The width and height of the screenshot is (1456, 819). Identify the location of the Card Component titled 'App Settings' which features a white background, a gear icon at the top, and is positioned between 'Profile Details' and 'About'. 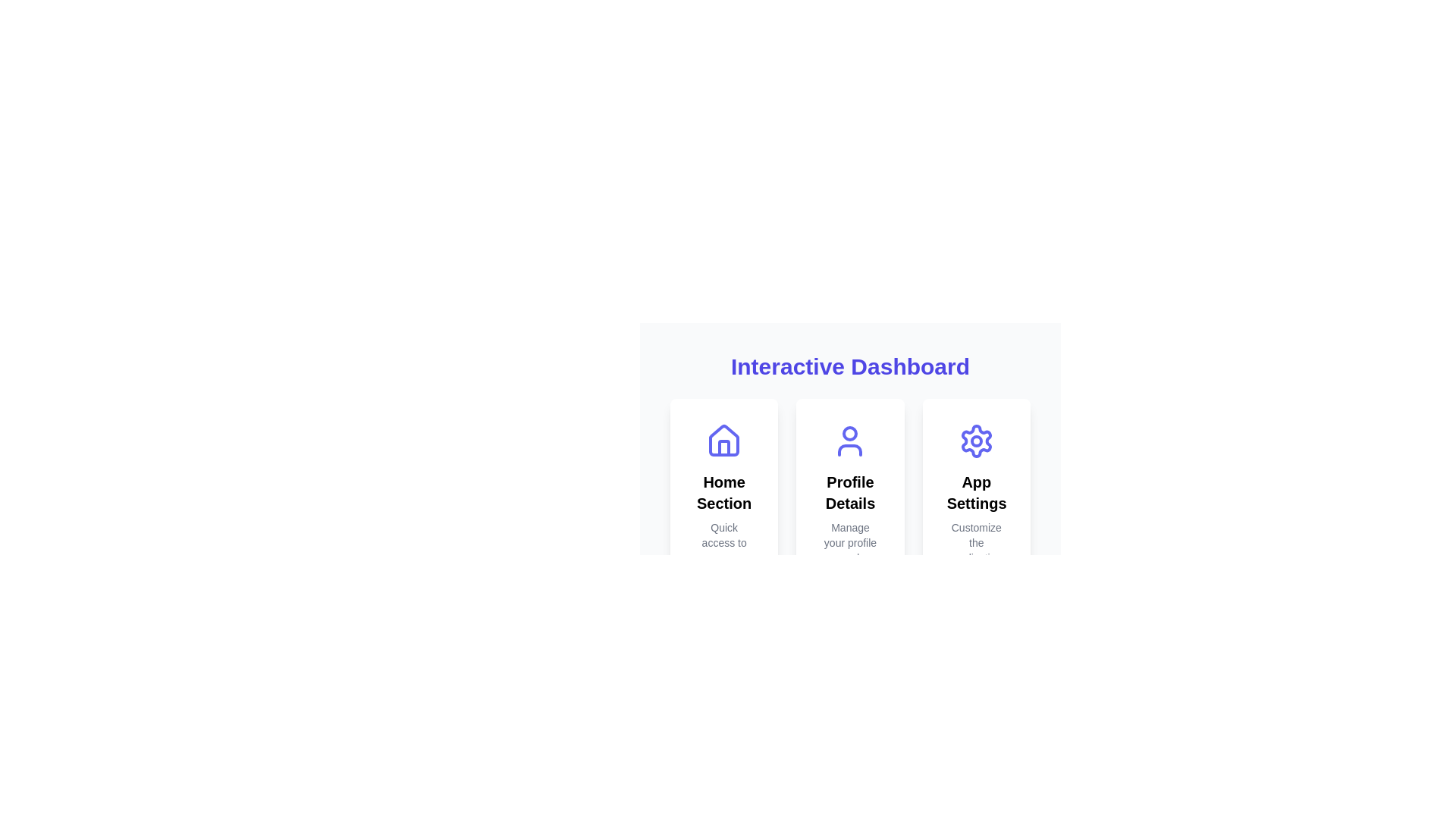
(976, 516).